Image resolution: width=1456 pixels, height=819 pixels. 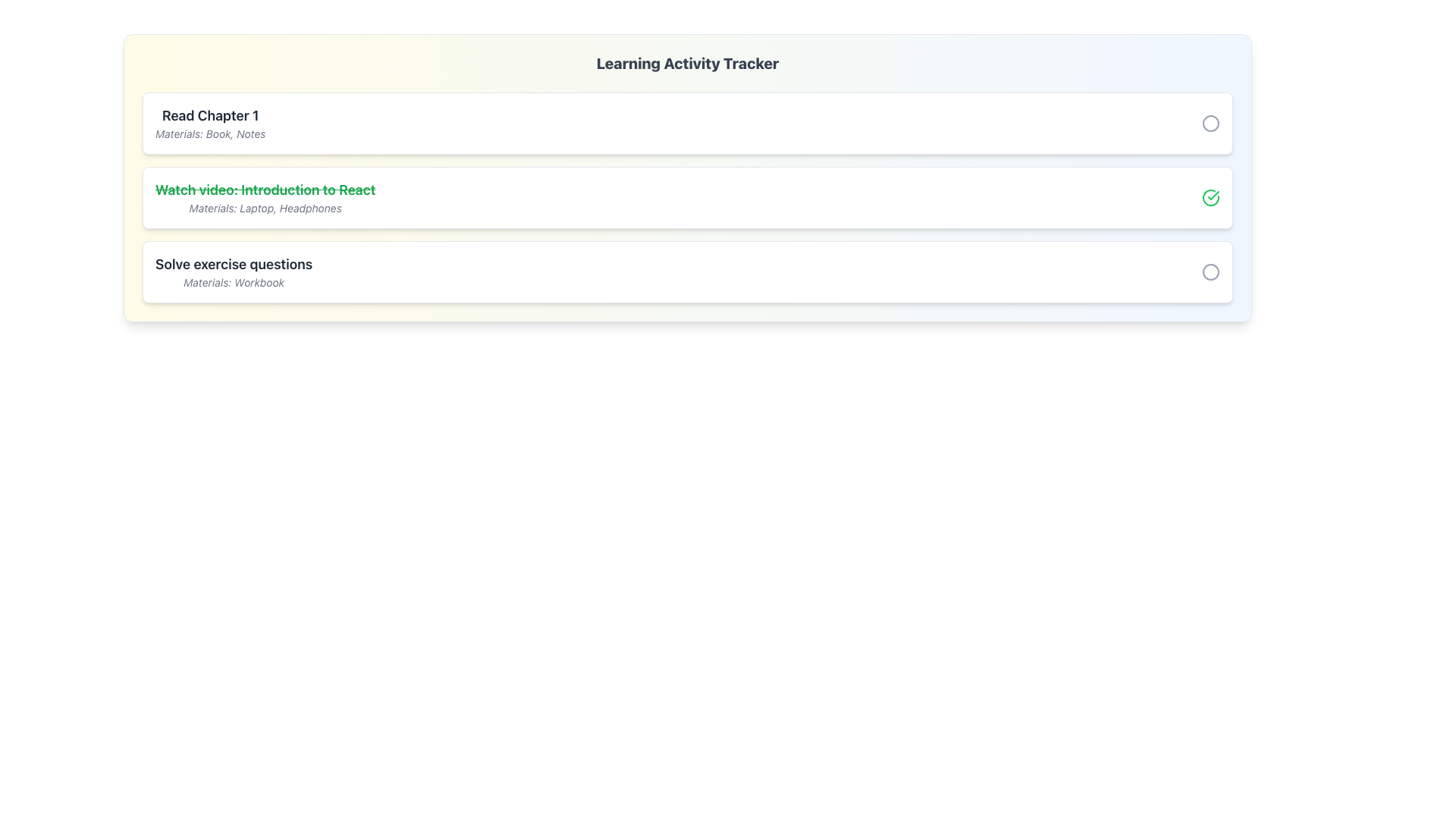 What do you see at coordinates (687, 271) in the screenshot?
I see `the interactive card component titled 'Solve exercise questions' which provides supplementary information 'Materials: Workbook' in the 'Learning Activity Tracker' section` at bounding box center [687, 271].